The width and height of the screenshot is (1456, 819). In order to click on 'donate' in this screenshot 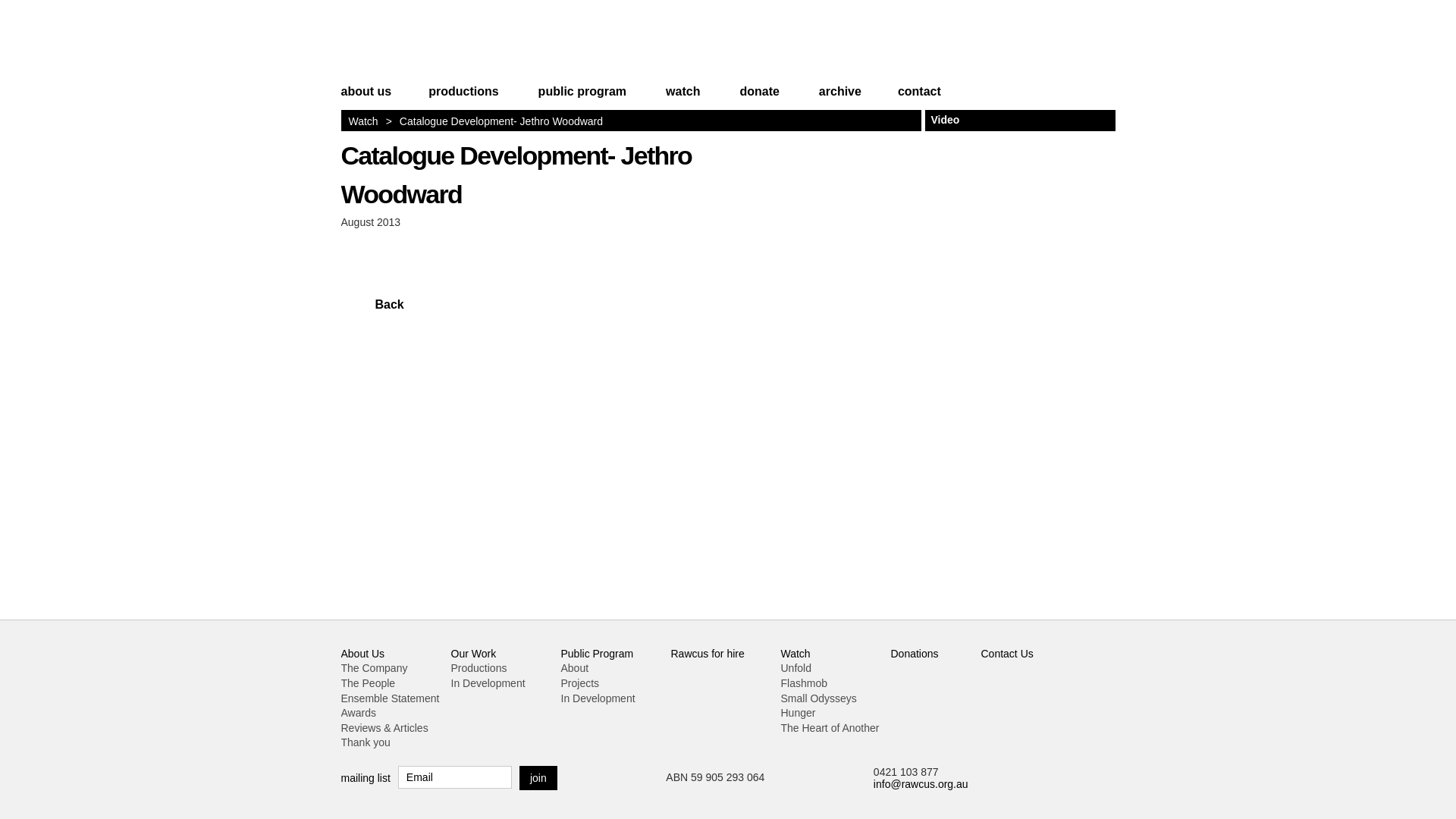, I will do `click(759, 98)`.